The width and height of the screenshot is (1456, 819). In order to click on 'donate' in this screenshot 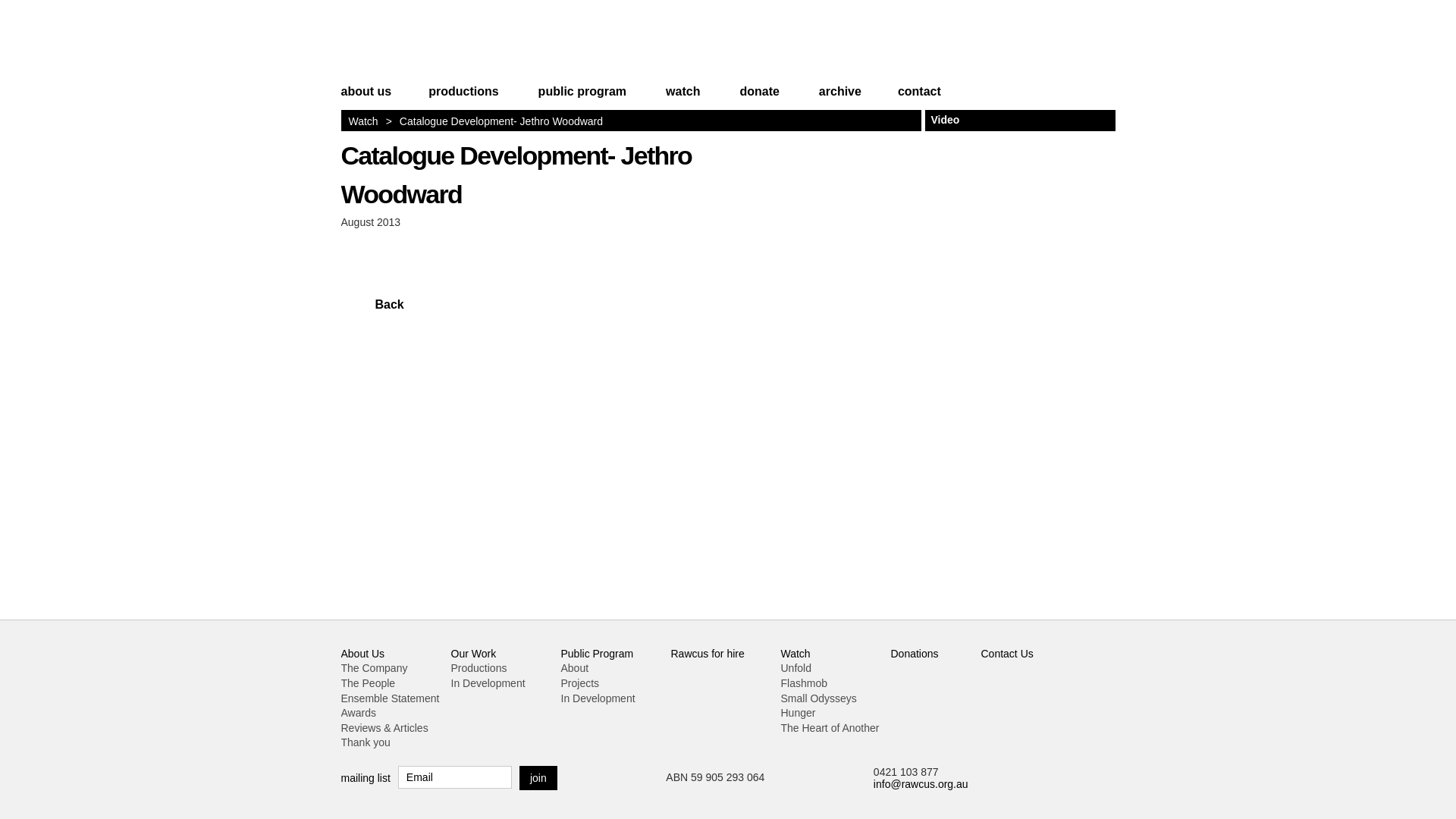, I will do `click(759, 98)`.